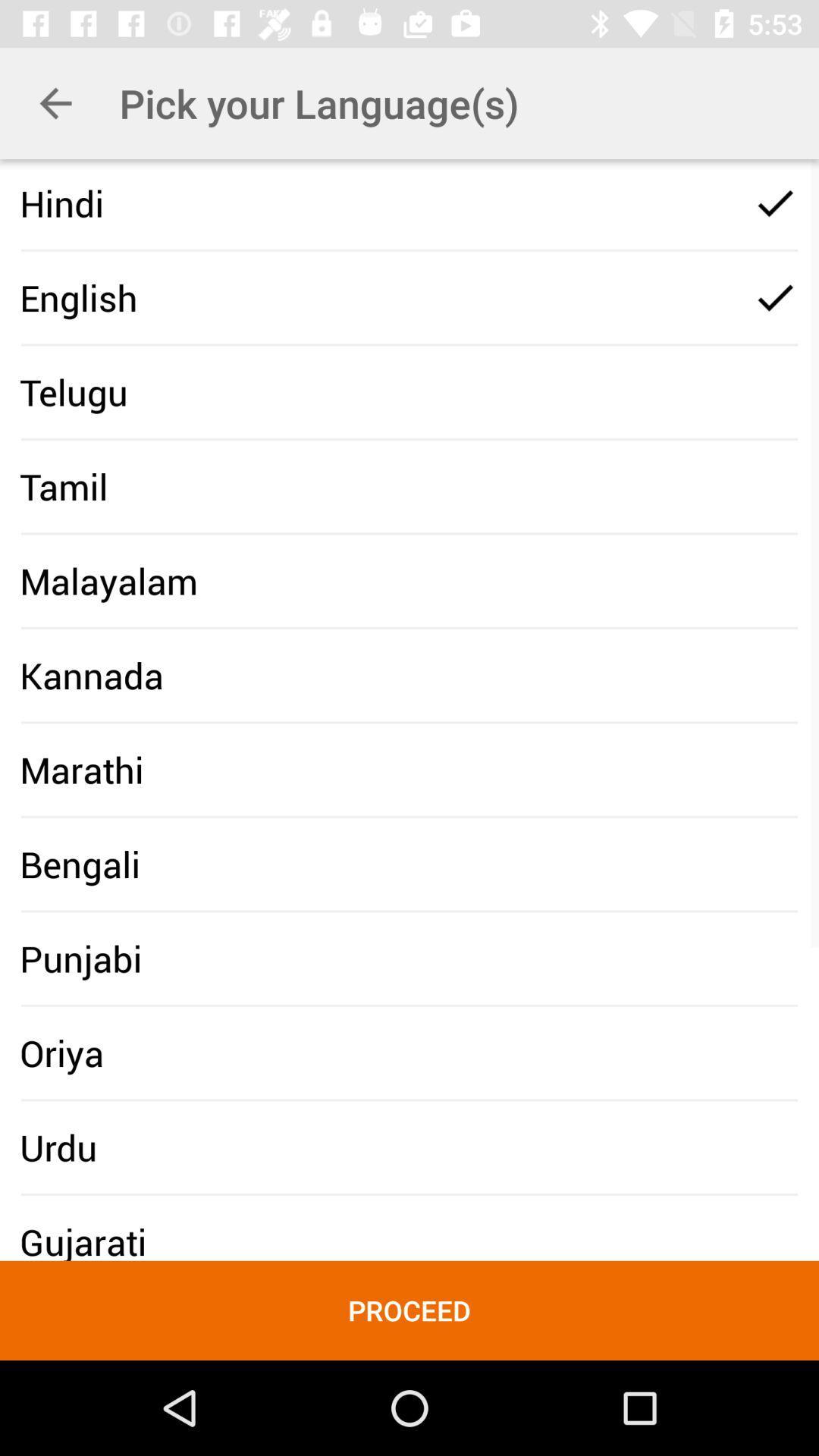  I want to click on malayalam icon, so click(108, 580).